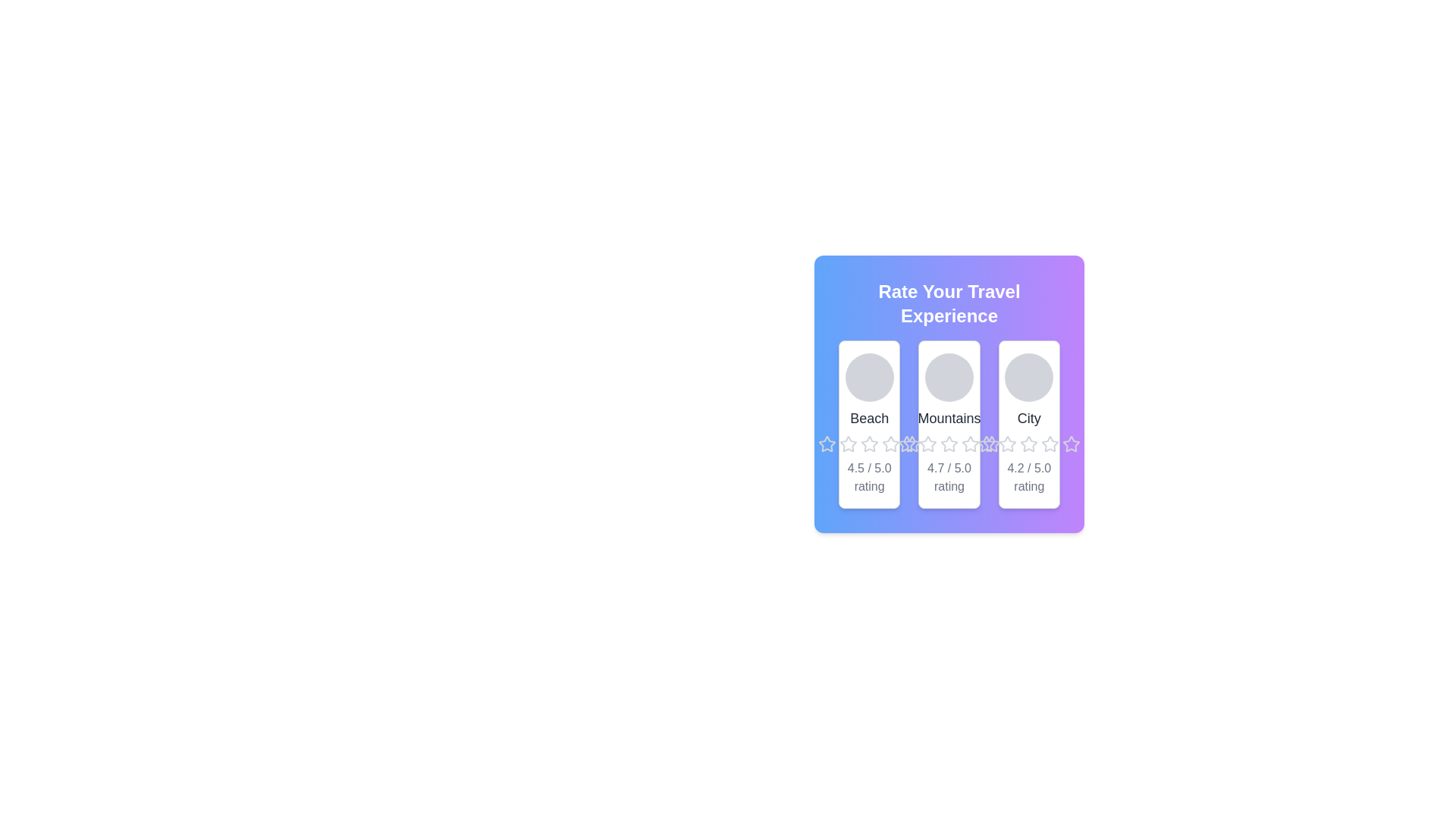 The image size is (1456, 819). I want to click on the second star icon in the horizontal row of five stars under the 'Mountains' card, so click(987, 444).